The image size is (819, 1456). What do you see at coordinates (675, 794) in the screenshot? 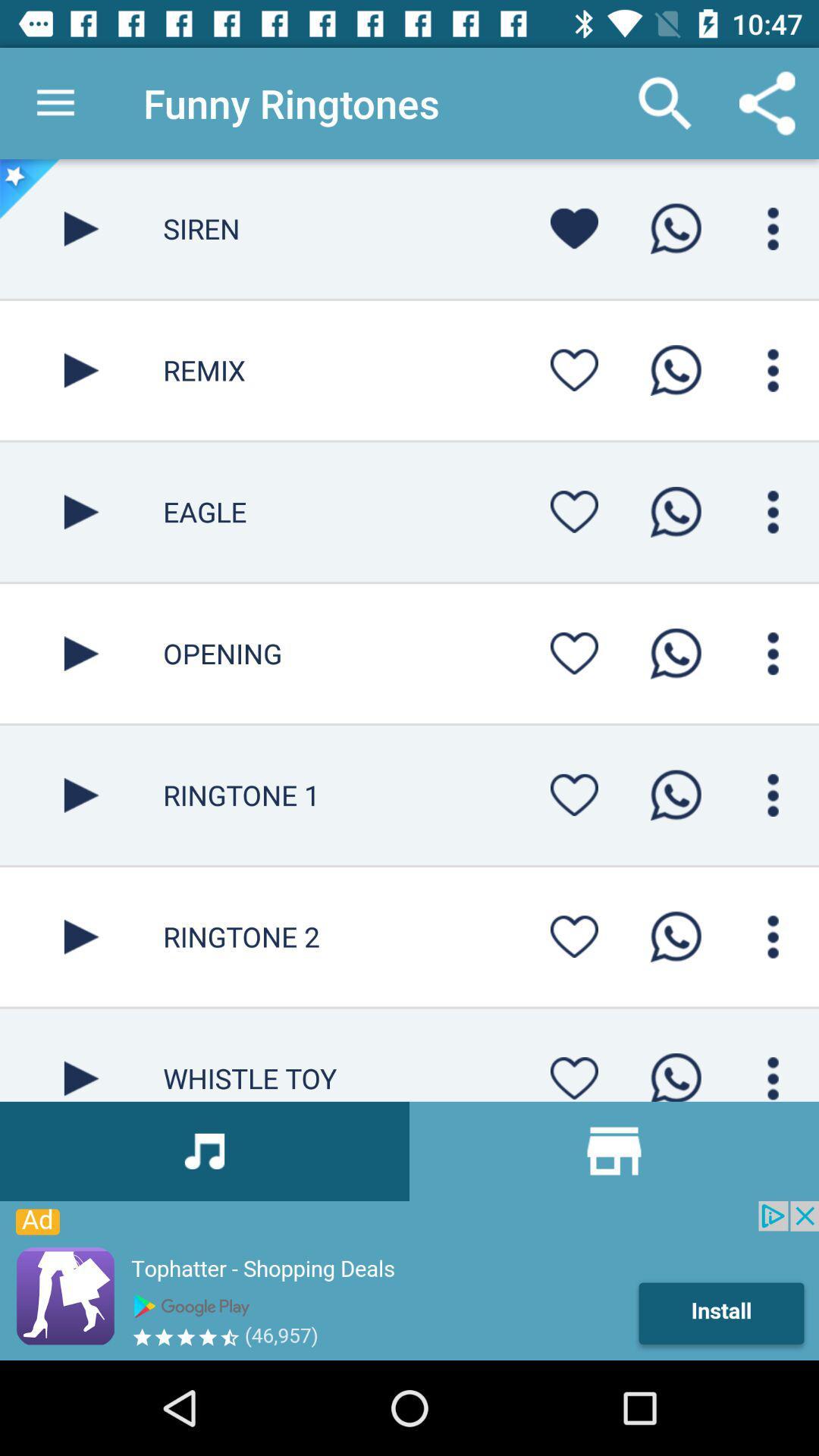
I see `call` at bounding box center [675, 794].